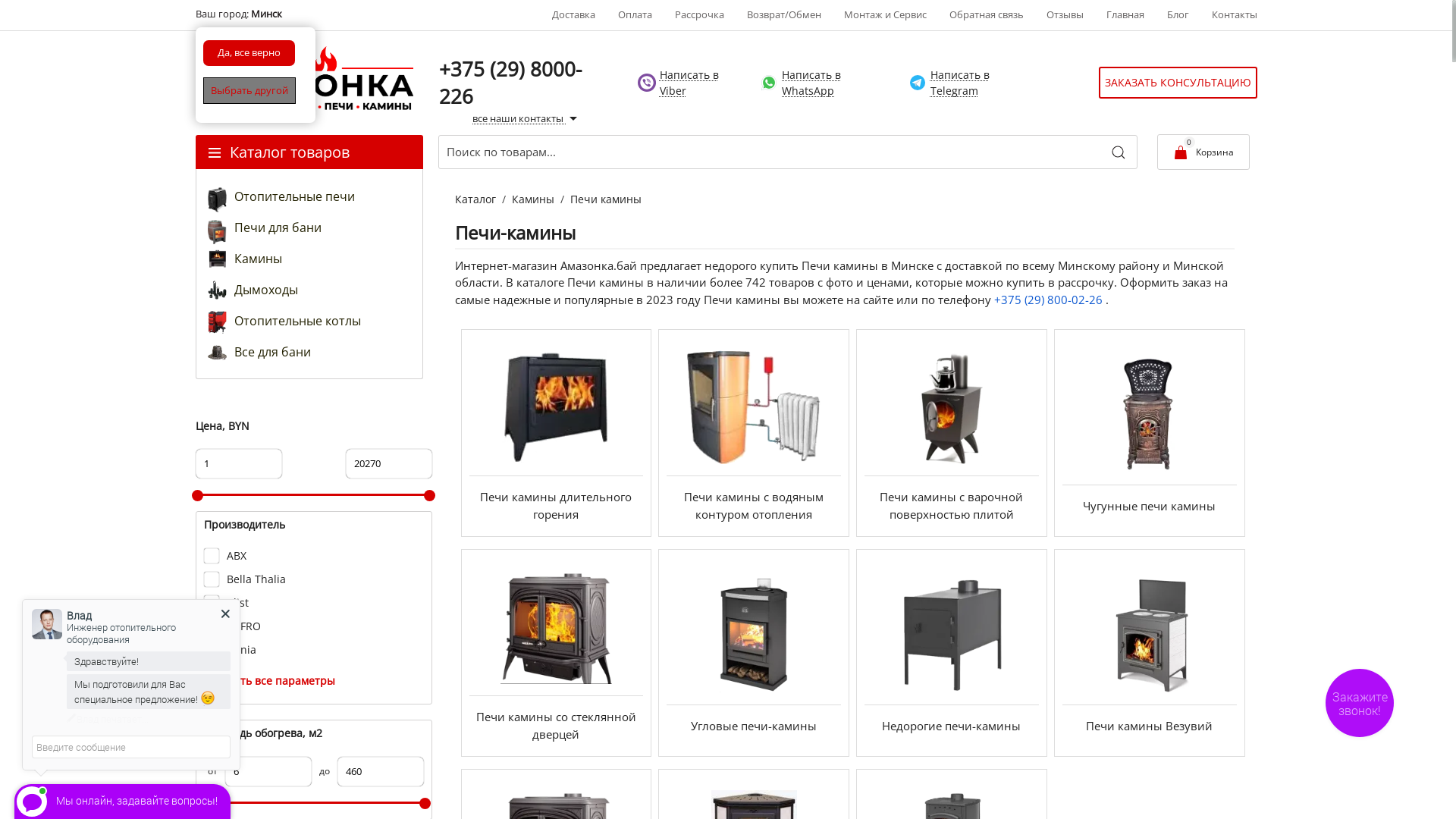  I want to click on '+375 (29) 8000-226', so click(510, 82).